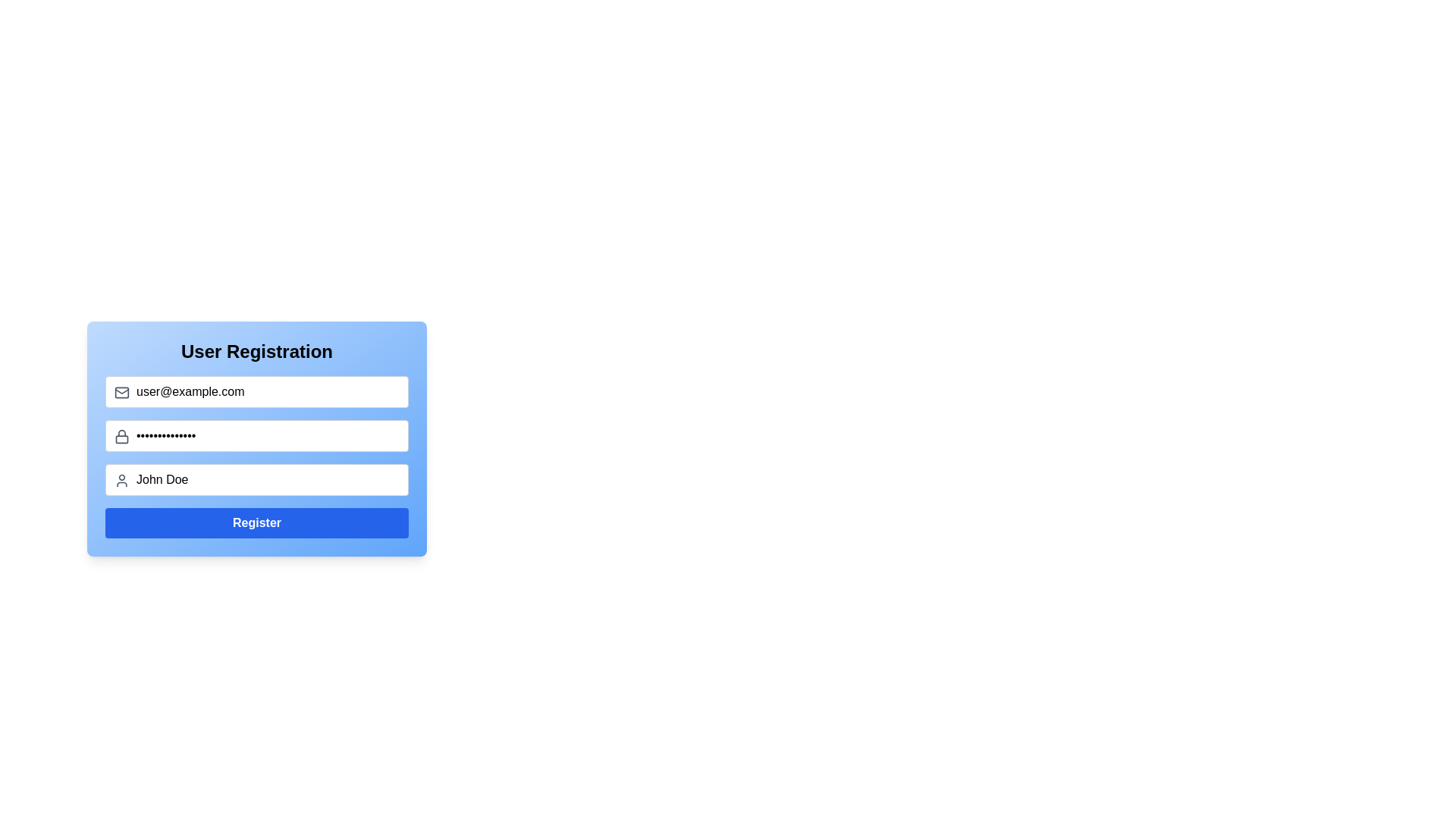 The height and width of the screenshot is (819, 1456). Describe the element at coordinates (122, 480) in the screenshot. I see `the user icon, which is a simple line-drawn illustration of a person in a circular format, located to the left of the 'Your Name' text input field in the 'User Registration' form, to observe for additional information or tooltips` at that location.